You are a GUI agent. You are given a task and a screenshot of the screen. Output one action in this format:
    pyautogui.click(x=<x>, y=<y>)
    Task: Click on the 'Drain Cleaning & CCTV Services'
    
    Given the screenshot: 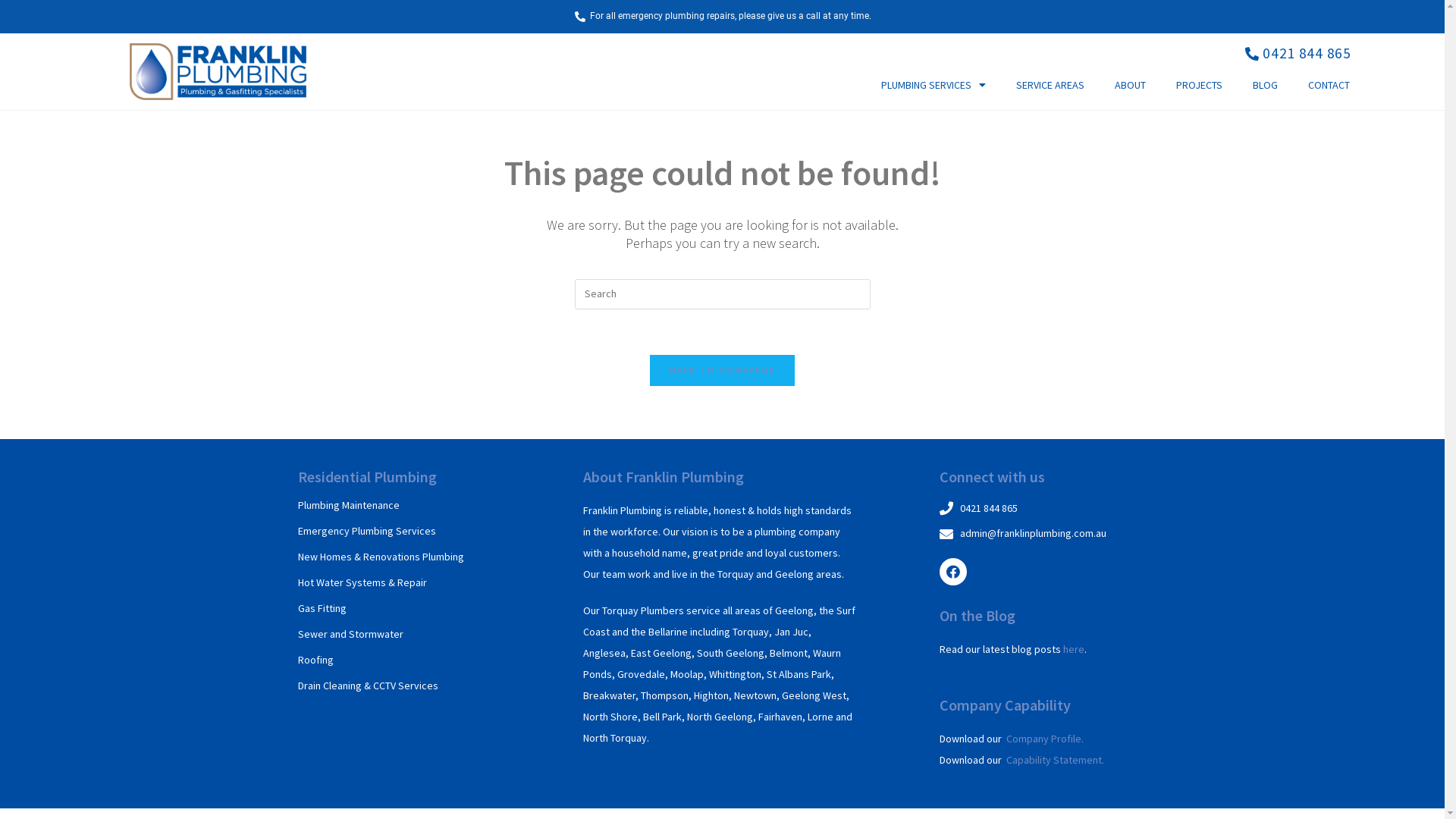 What is the action you would take?
    pyautogui.click(x=367, y=685)
    